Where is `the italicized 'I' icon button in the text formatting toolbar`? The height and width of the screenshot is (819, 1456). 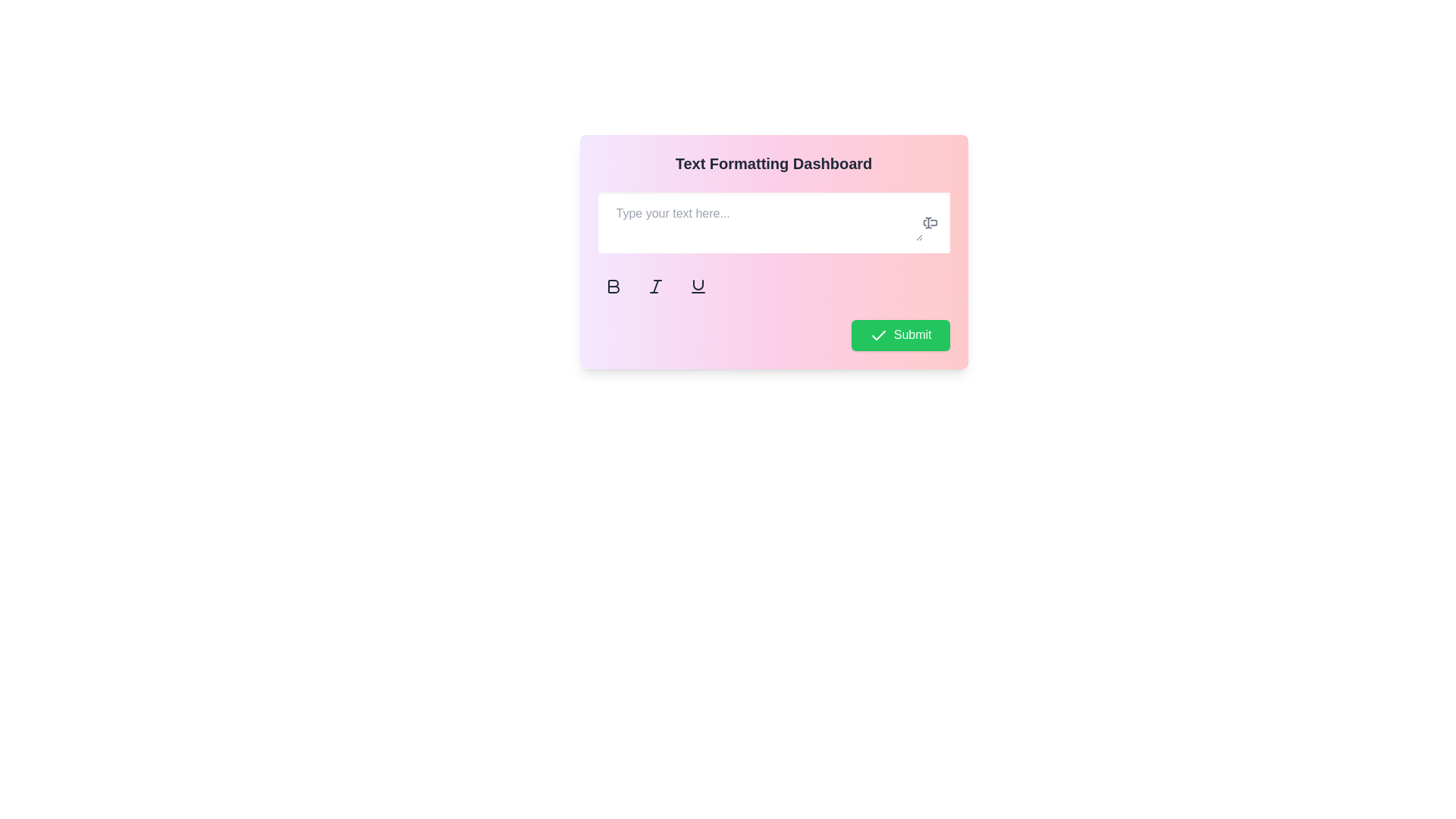
the italicized 'I' icon button in the text formatting toolbar is located at coordinates (655, 287).